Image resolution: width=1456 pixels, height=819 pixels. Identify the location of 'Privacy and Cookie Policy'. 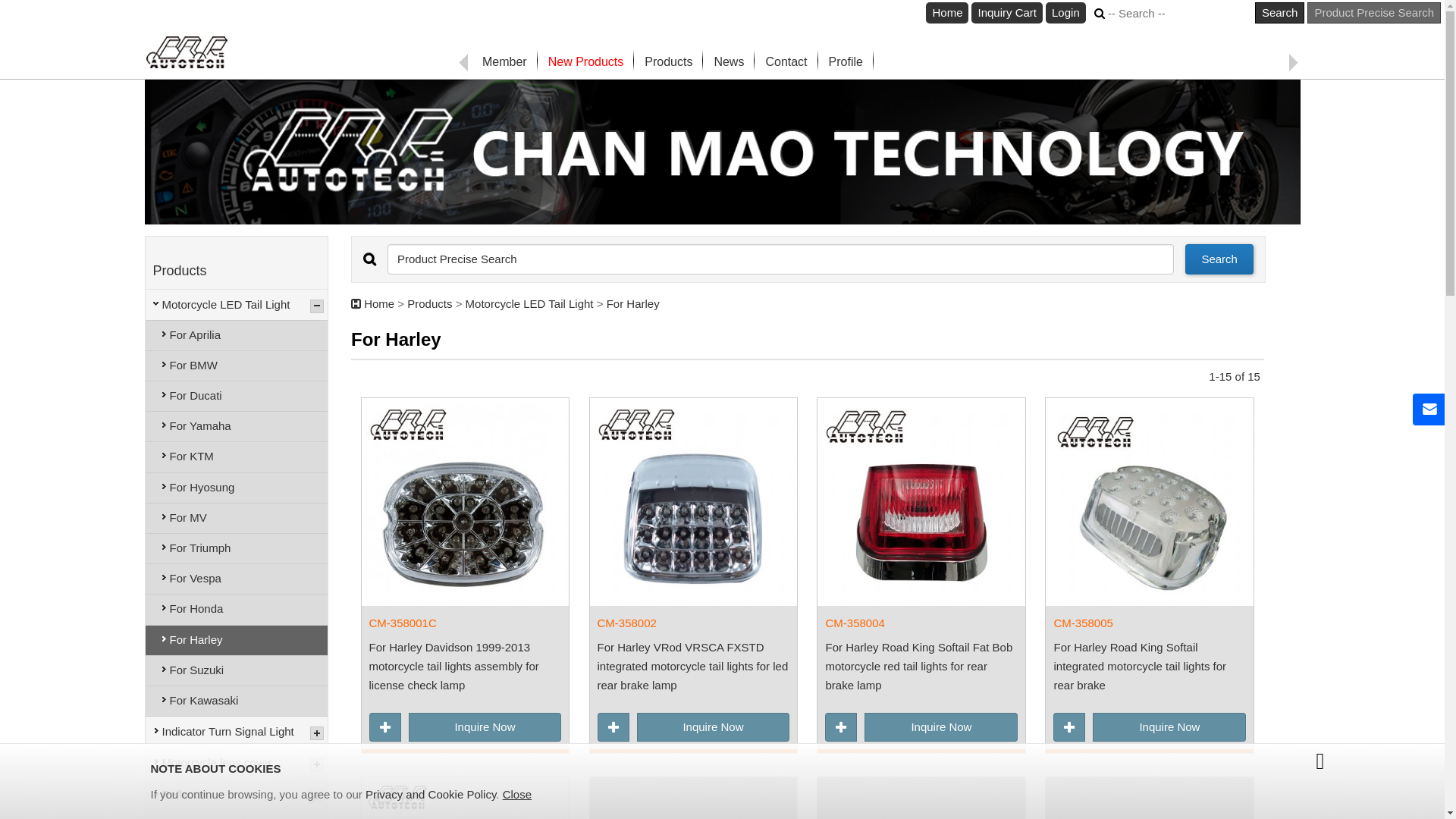
(429, 793).